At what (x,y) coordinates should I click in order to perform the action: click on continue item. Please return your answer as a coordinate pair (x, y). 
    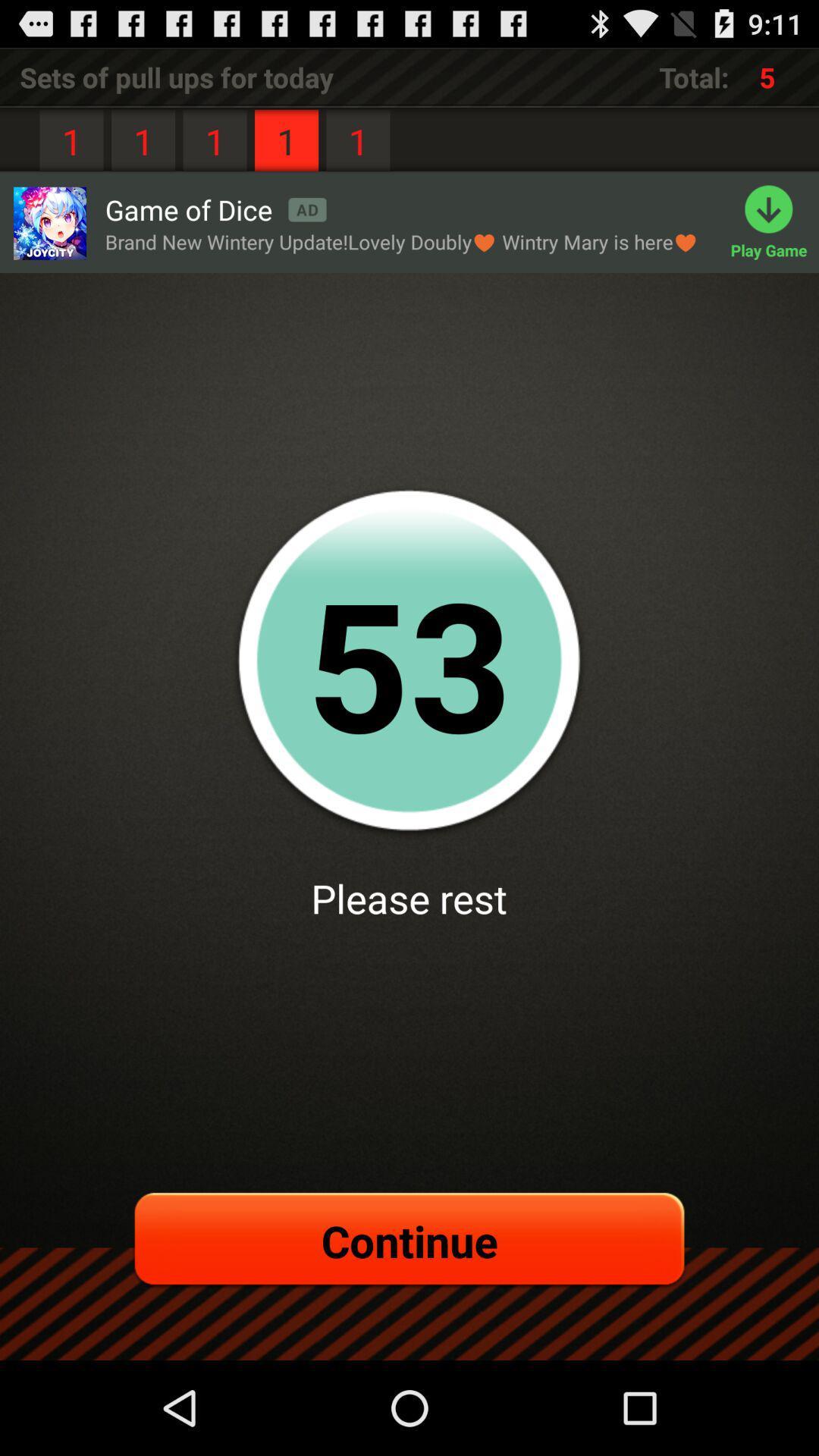
    Looking at the image, I should click on (409, 1241).